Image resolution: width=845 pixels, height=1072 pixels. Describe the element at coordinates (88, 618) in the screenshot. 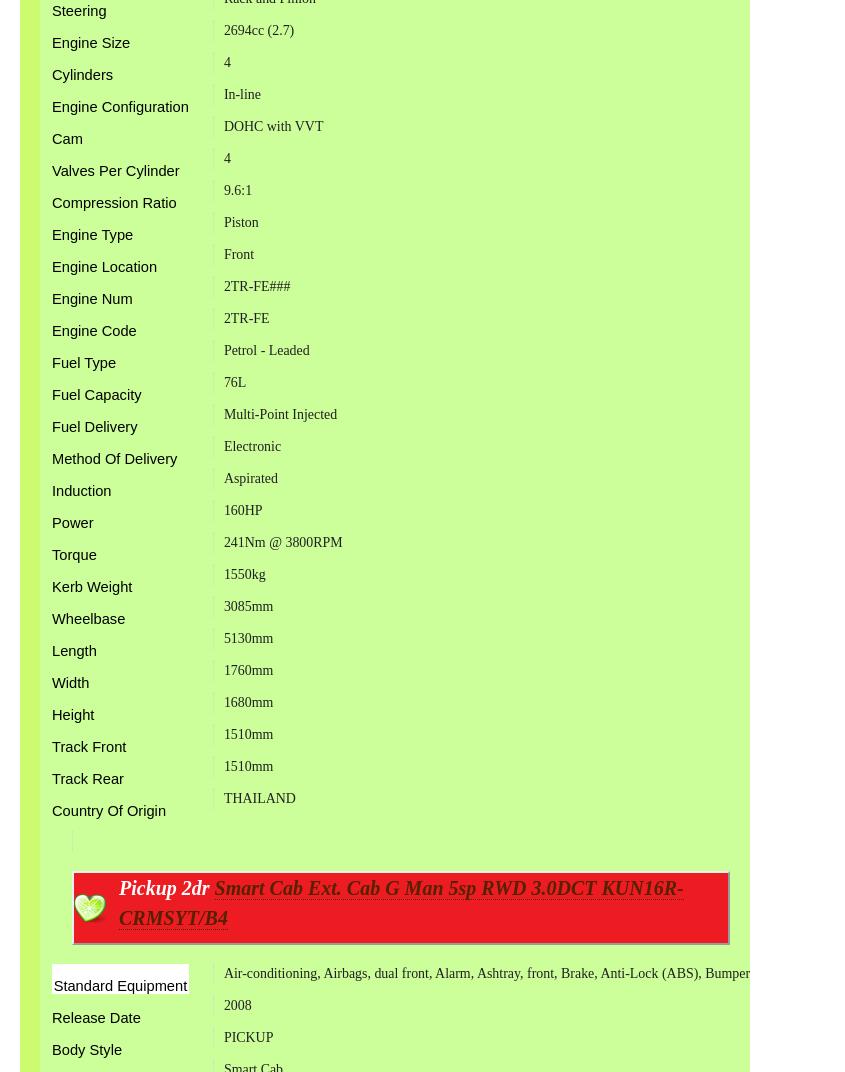

I see `'Wheelbase'` at that location.